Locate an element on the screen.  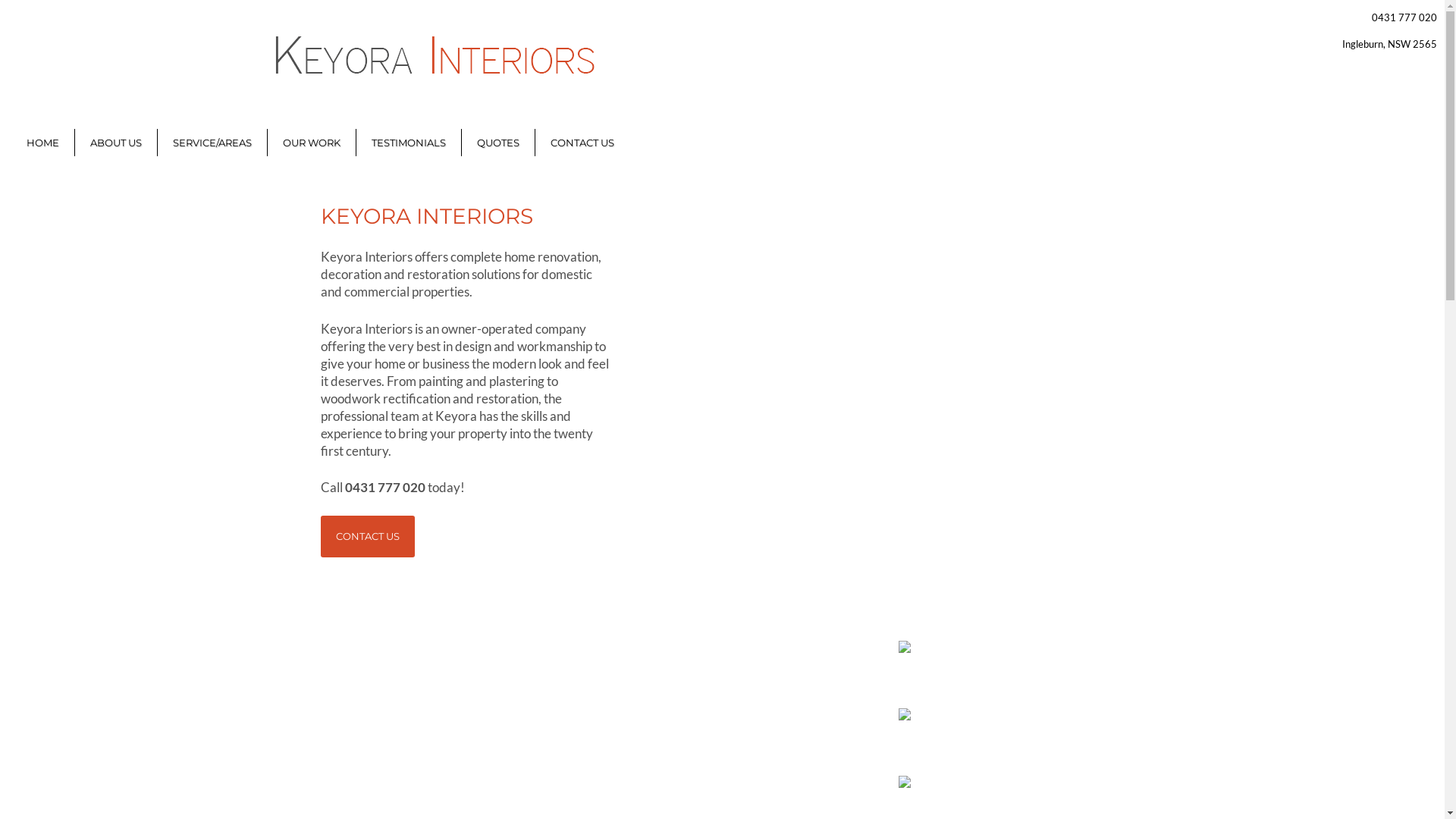
'CONTACT US' is located at coordinates (319, 536).